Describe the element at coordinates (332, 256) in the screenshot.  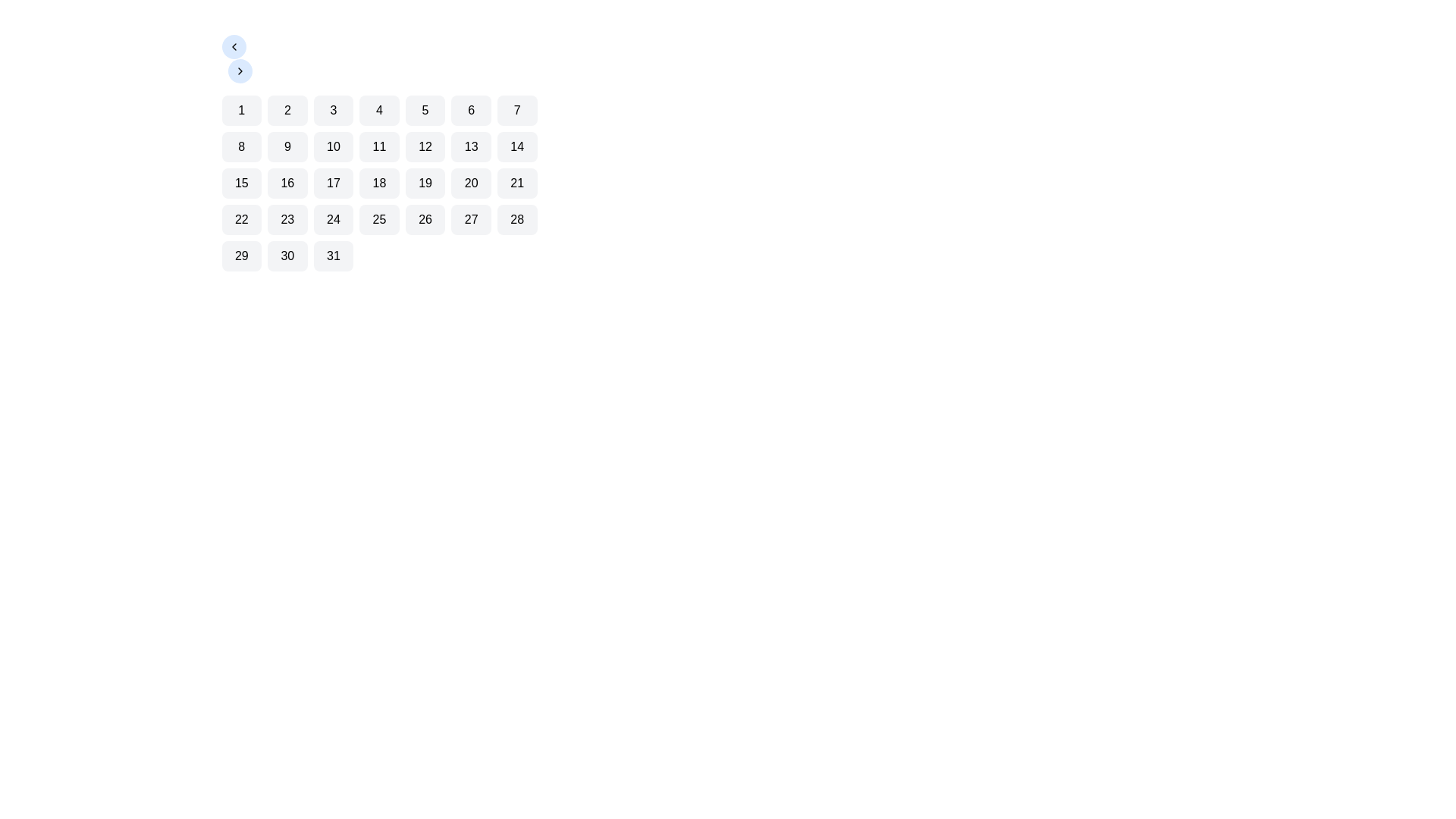
I see `the selectable date button located in the seventh column of the fifth row of a grid layout` at that location.